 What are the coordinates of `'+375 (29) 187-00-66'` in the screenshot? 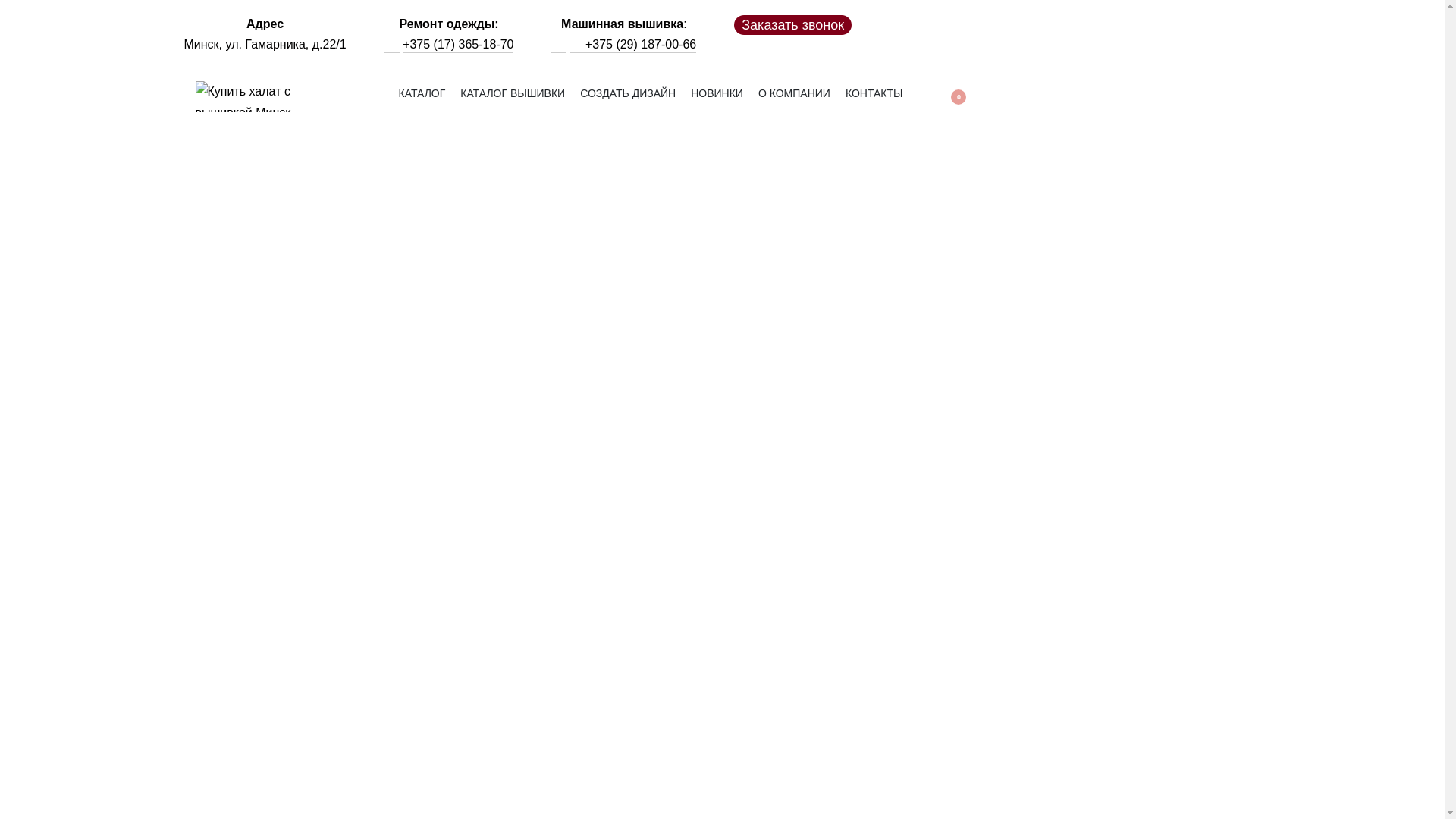 It's located at (640, 43).